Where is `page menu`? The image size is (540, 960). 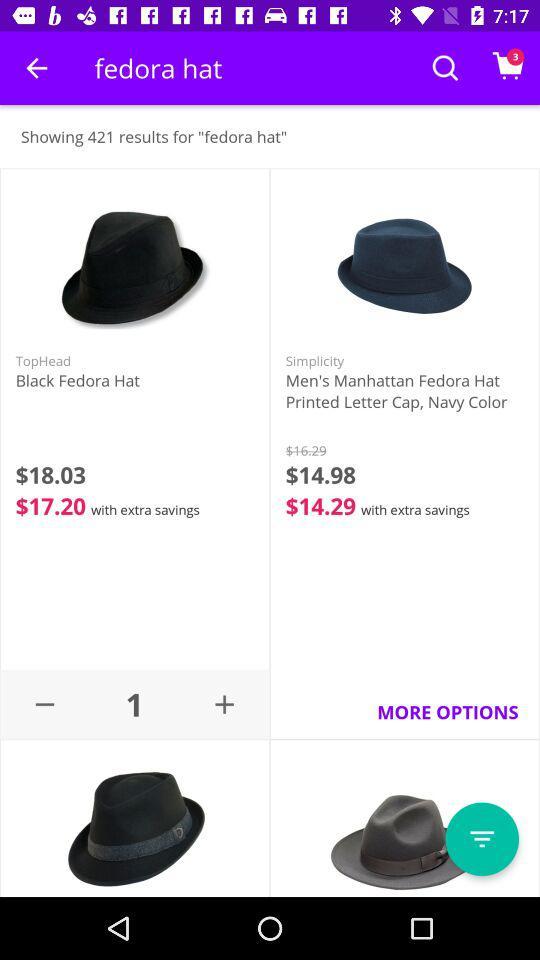
page menu is located at coordinates (481, 839).